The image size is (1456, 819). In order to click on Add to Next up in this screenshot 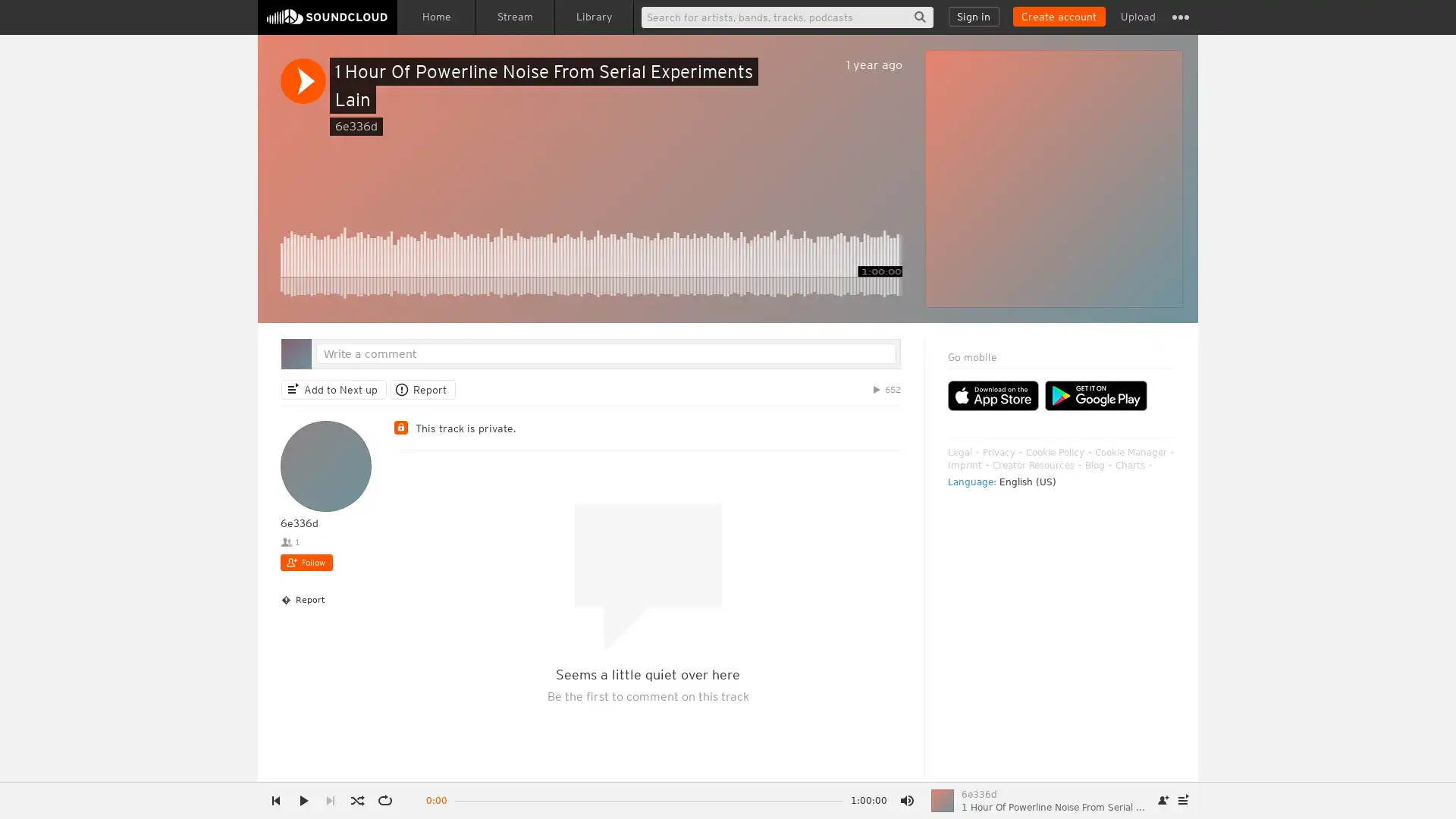, I will do `click(333, 388)`.